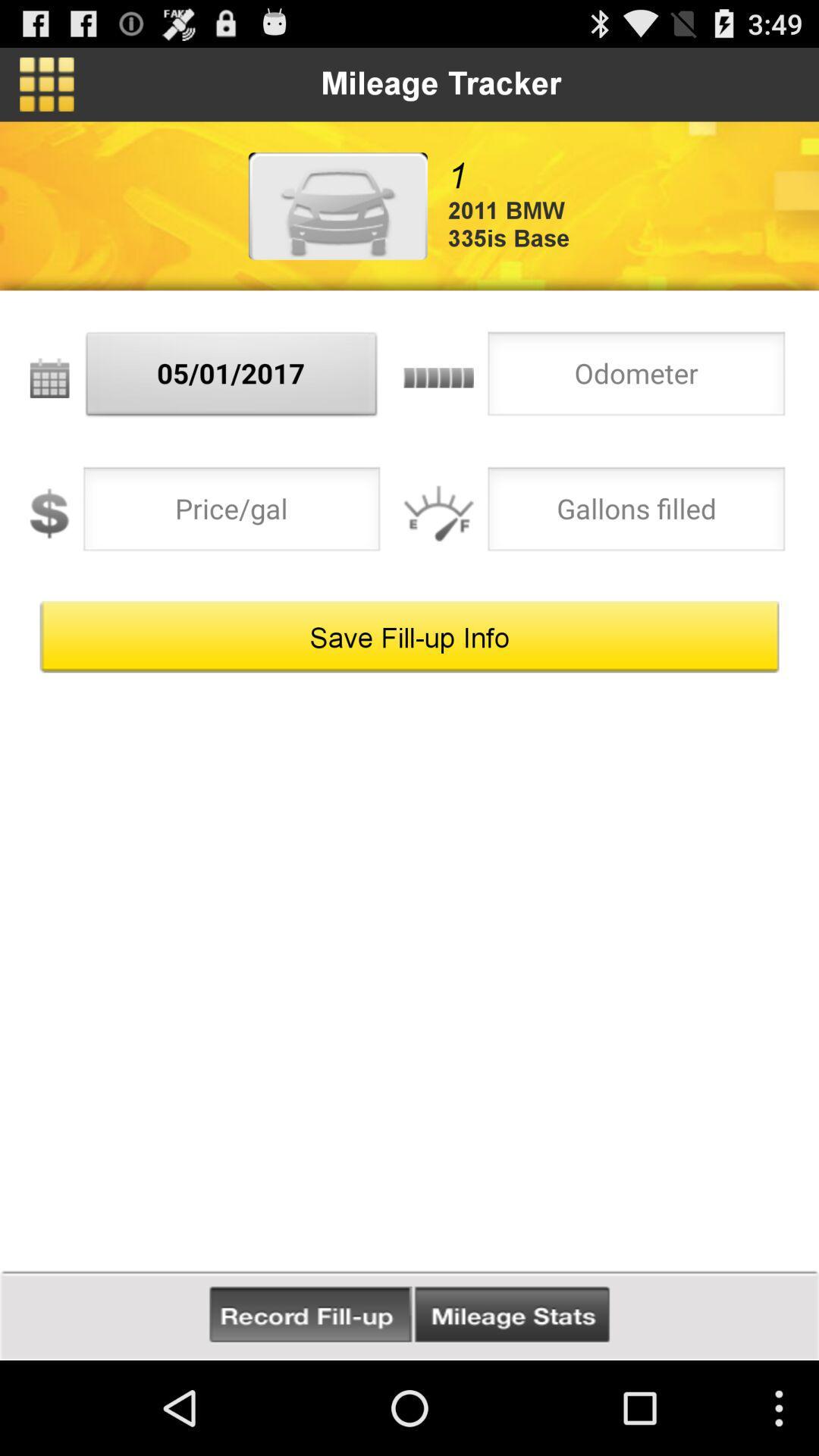  I want to click on the save fill up, so click(409, 637).